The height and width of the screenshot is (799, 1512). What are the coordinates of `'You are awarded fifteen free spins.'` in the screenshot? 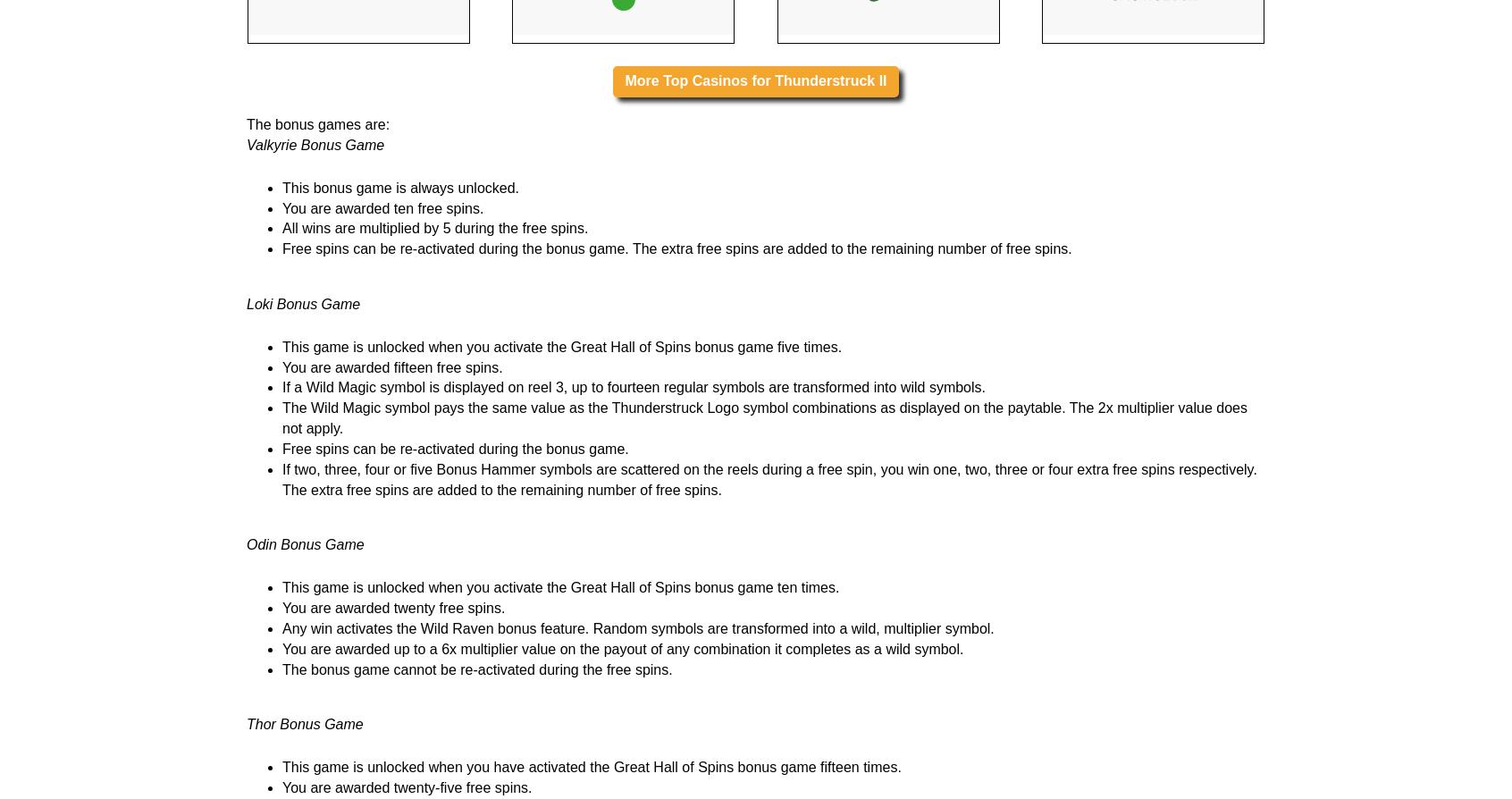 It's located at (391, 591).